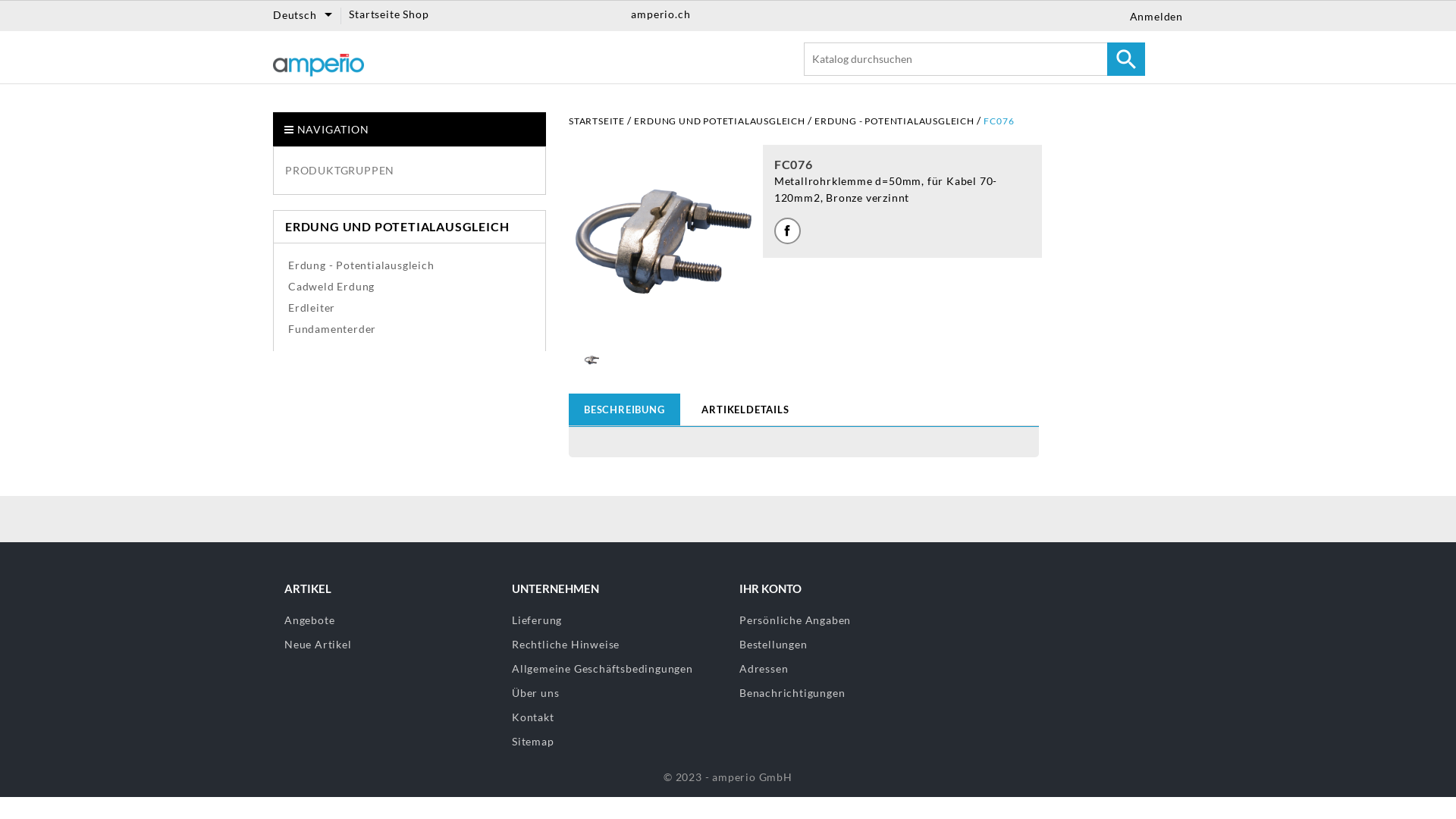  What do you see at coordinates (409, 170) in the screenshot?
I see `'PRODUKTGRUPPEN'` at bounding box center [409, 170].